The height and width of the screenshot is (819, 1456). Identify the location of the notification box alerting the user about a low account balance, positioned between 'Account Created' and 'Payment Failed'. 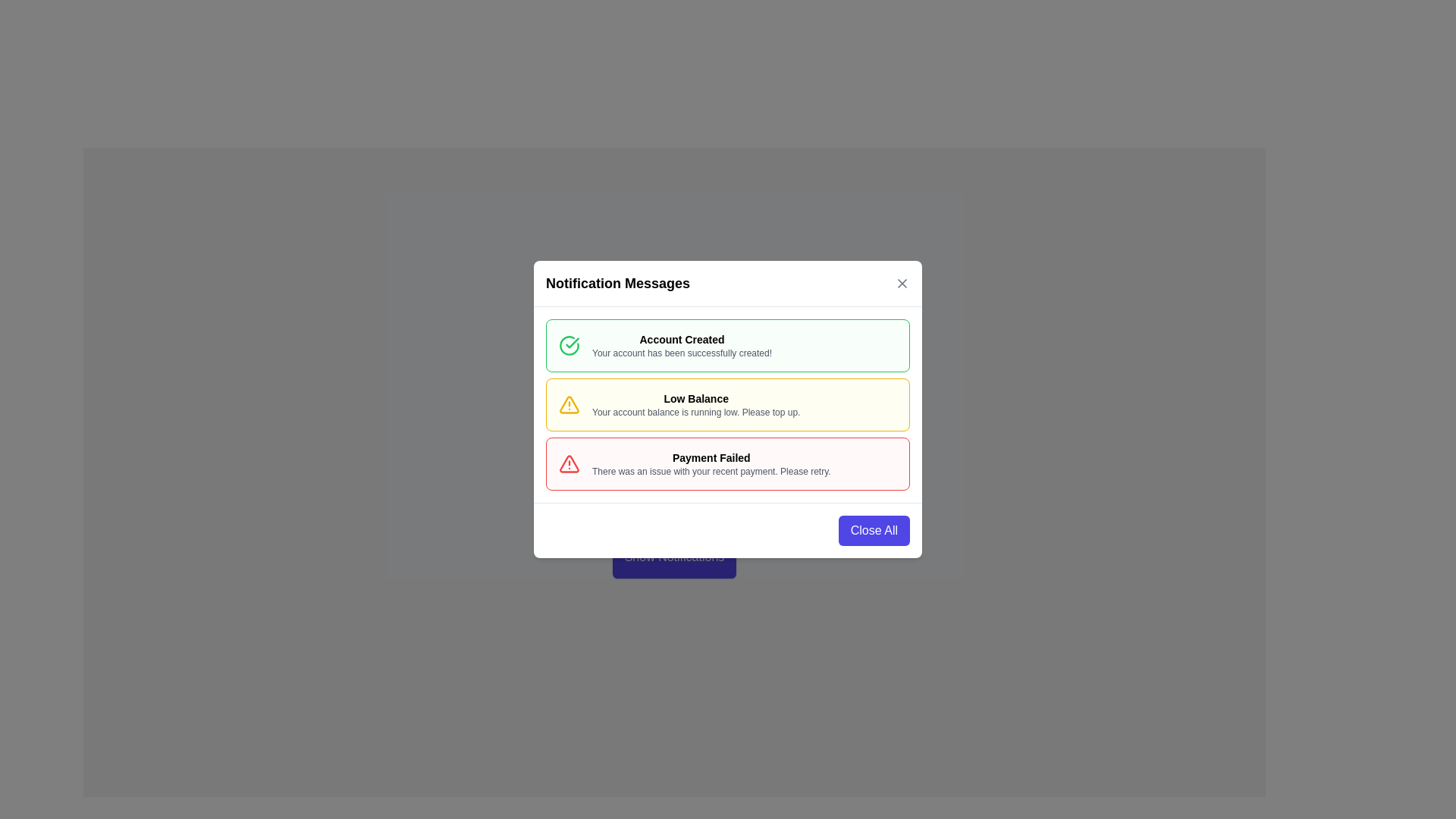
(728, 403).